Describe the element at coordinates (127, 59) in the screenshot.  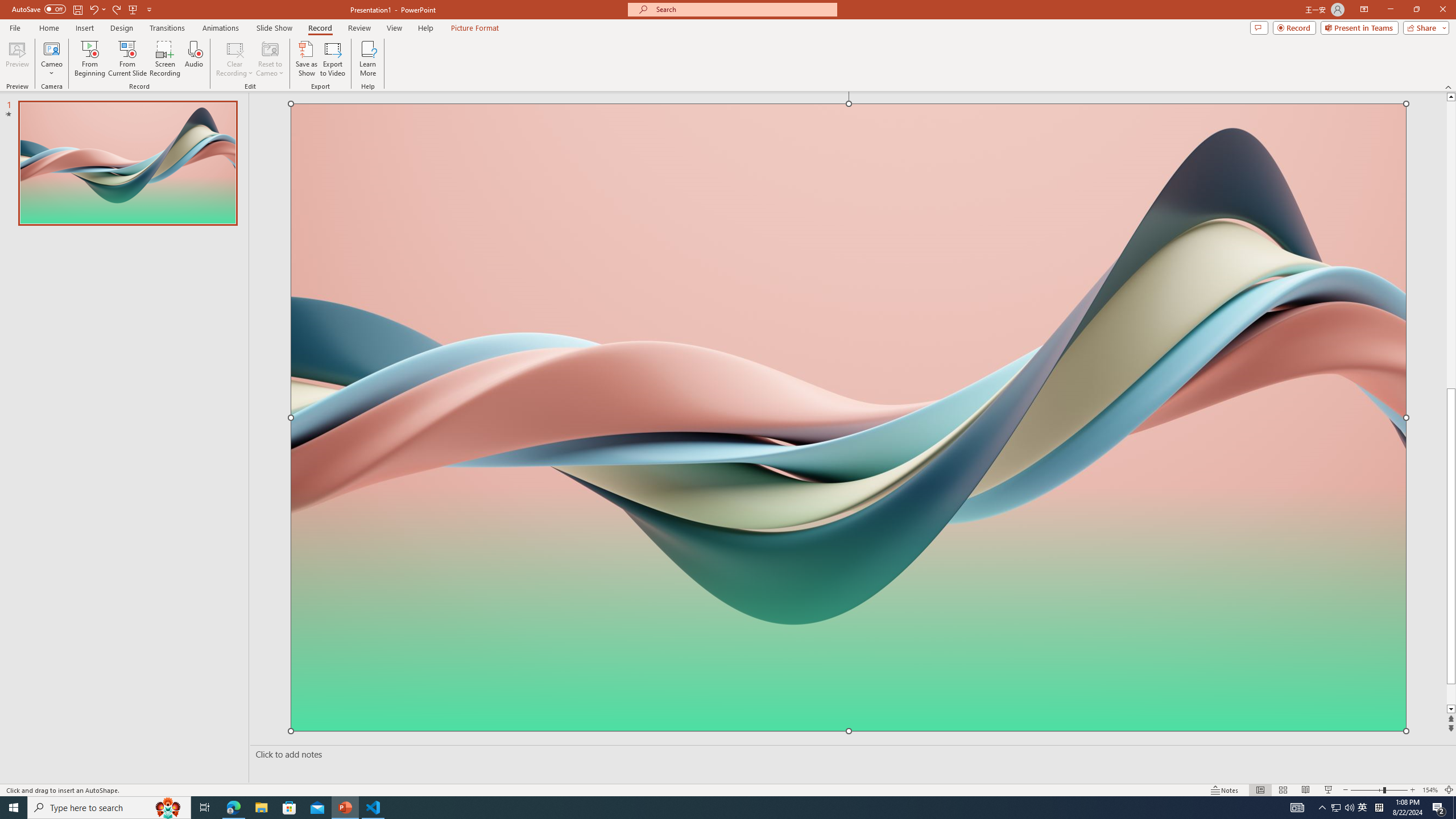
I see `'From Current Slide...'` at that location.